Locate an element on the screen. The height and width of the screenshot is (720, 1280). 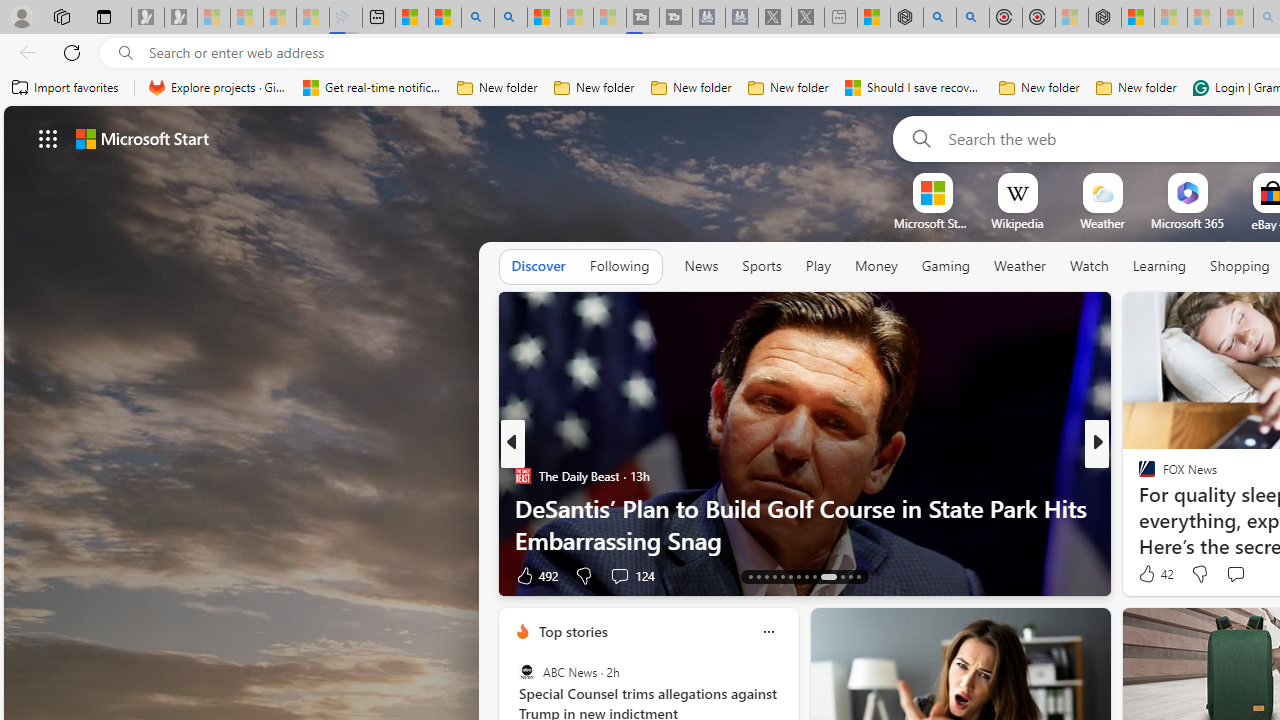
'Play' is located at coordinates (818, 266).